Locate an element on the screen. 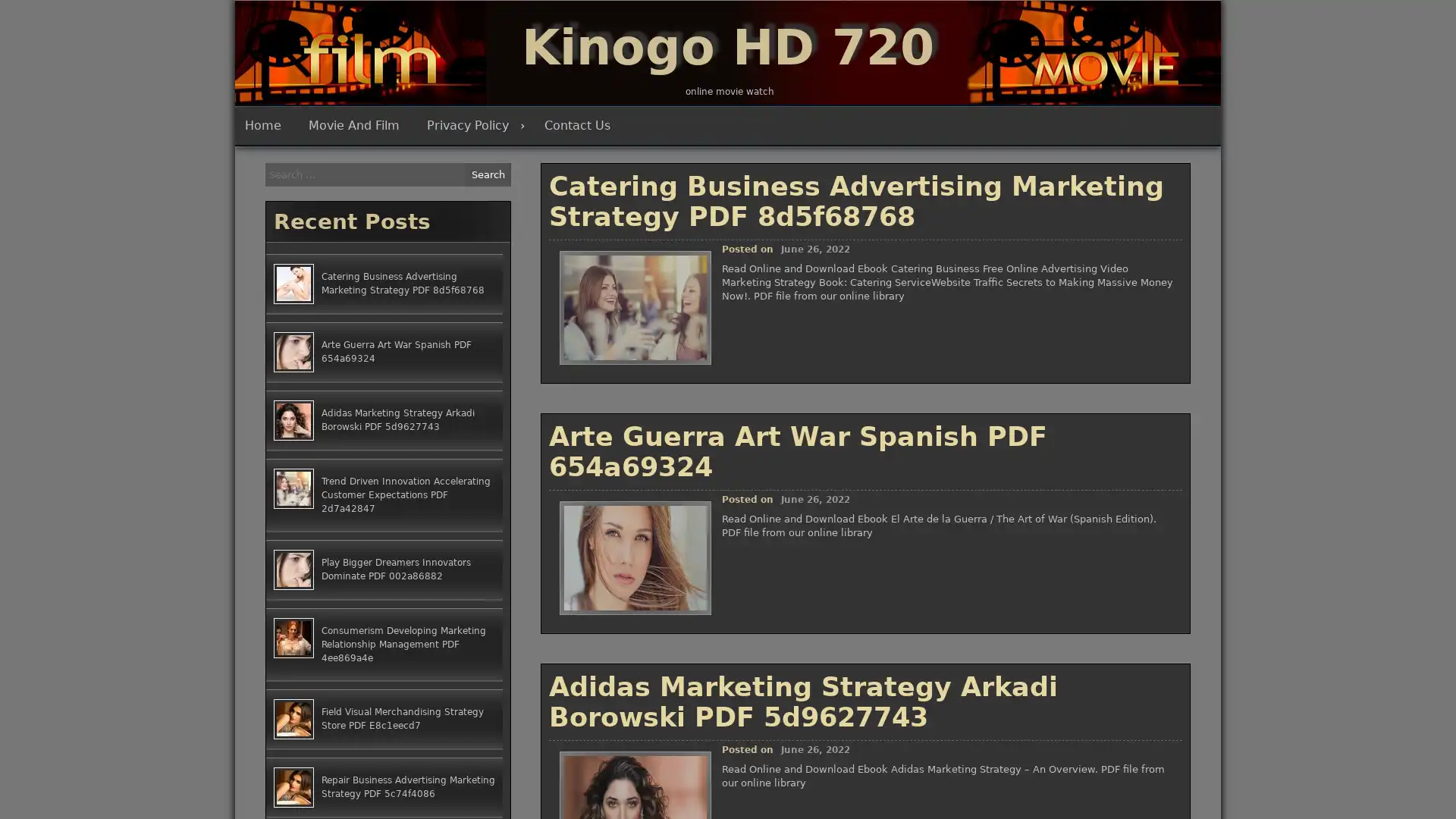 The height and width of the screenshot is (819, 1456). Search is located at coordinates (488, 174).